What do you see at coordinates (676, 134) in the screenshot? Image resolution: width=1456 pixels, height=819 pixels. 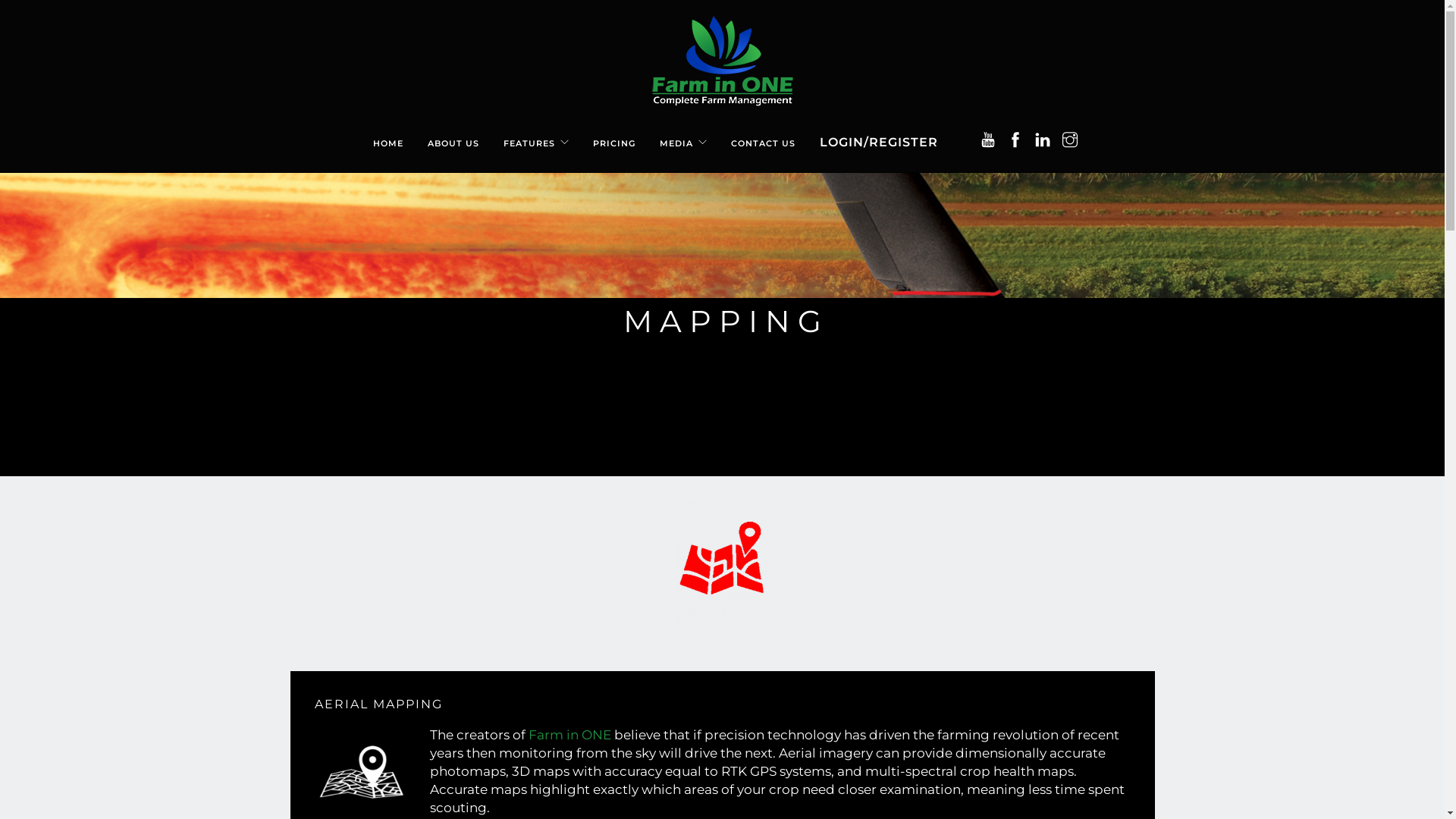 I see `'MEDIA'` at bounding box center [676, 134].